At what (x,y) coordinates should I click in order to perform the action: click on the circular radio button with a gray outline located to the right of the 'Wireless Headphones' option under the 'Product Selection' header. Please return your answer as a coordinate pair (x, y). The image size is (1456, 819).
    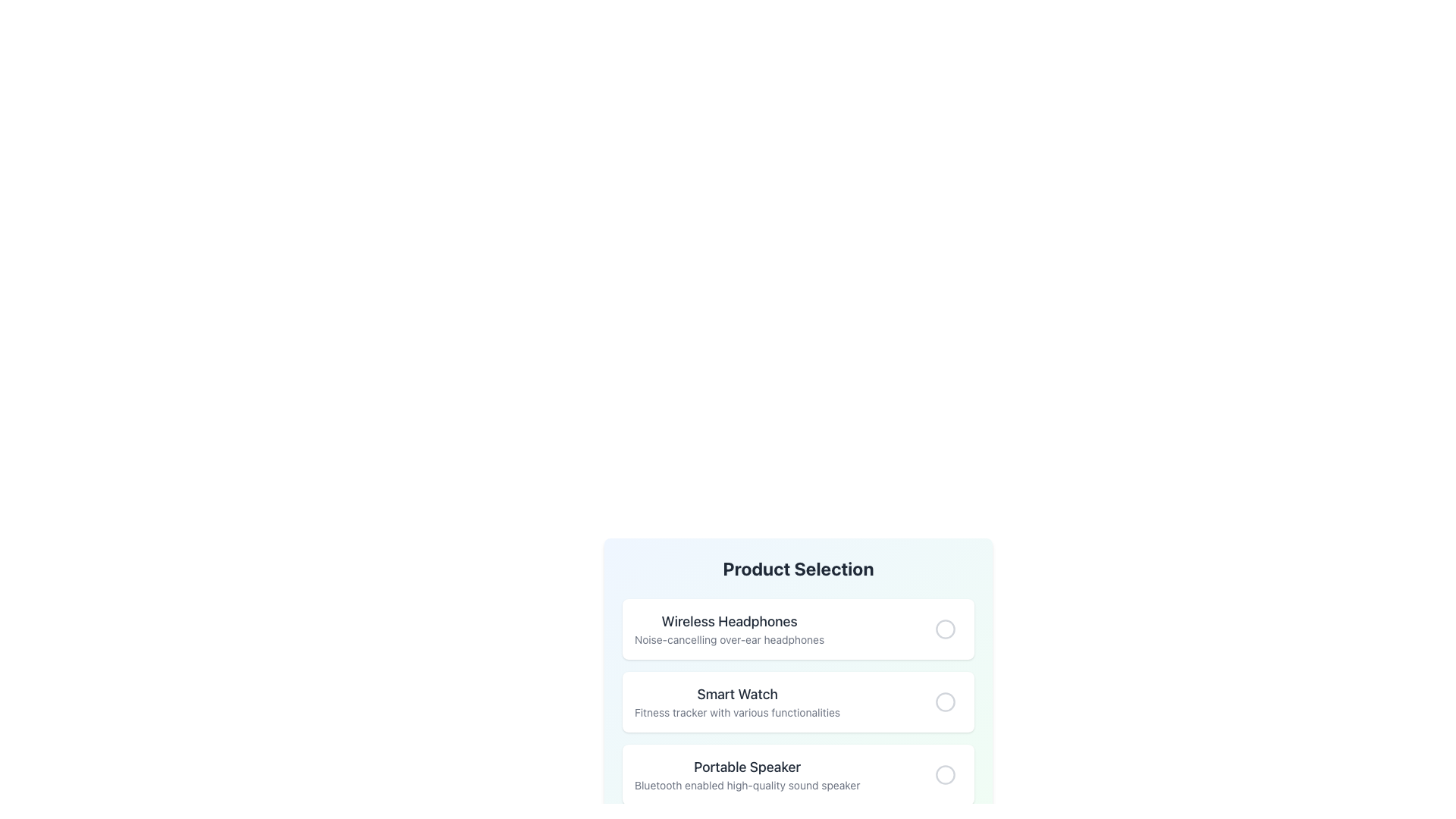
    Looking at the image, I should click on (945, 629).